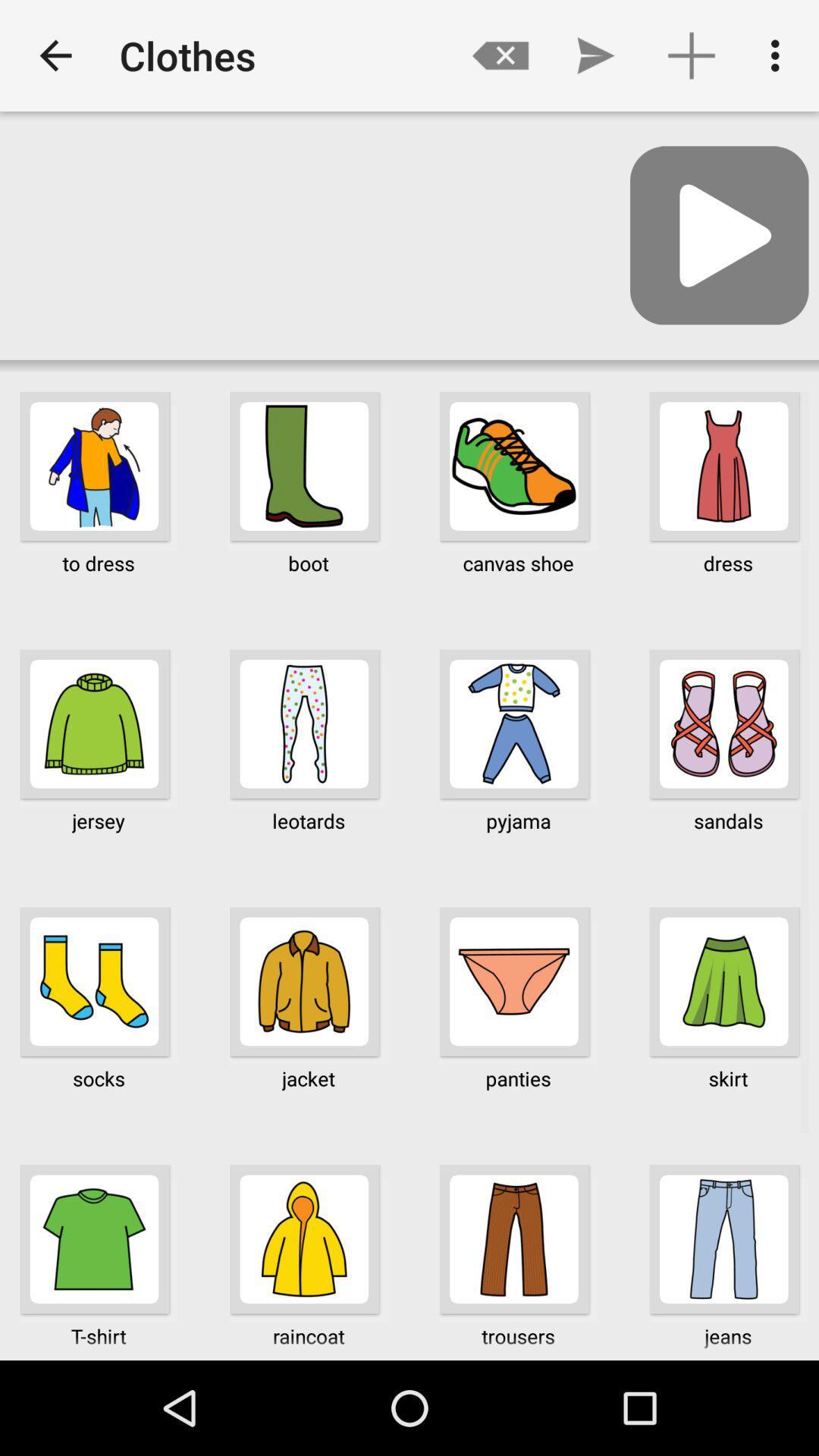 This screenshot has height=1456, width=819. I want to click on icon to the left of the clothes icon, so click(55, 55).